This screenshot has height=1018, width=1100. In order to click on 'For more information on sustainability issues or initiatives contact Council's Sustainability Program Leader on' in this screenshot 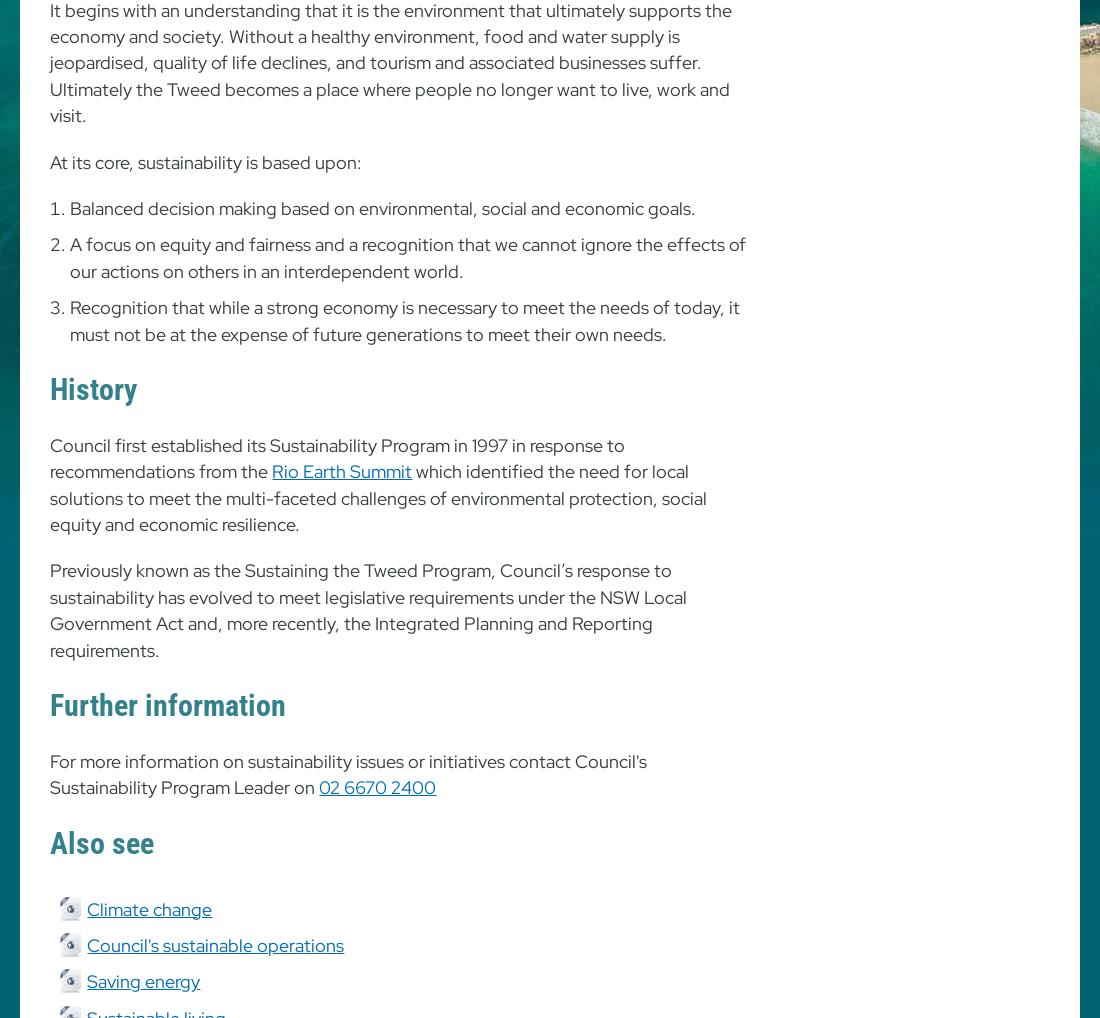, I will do `click(49, 773)`.